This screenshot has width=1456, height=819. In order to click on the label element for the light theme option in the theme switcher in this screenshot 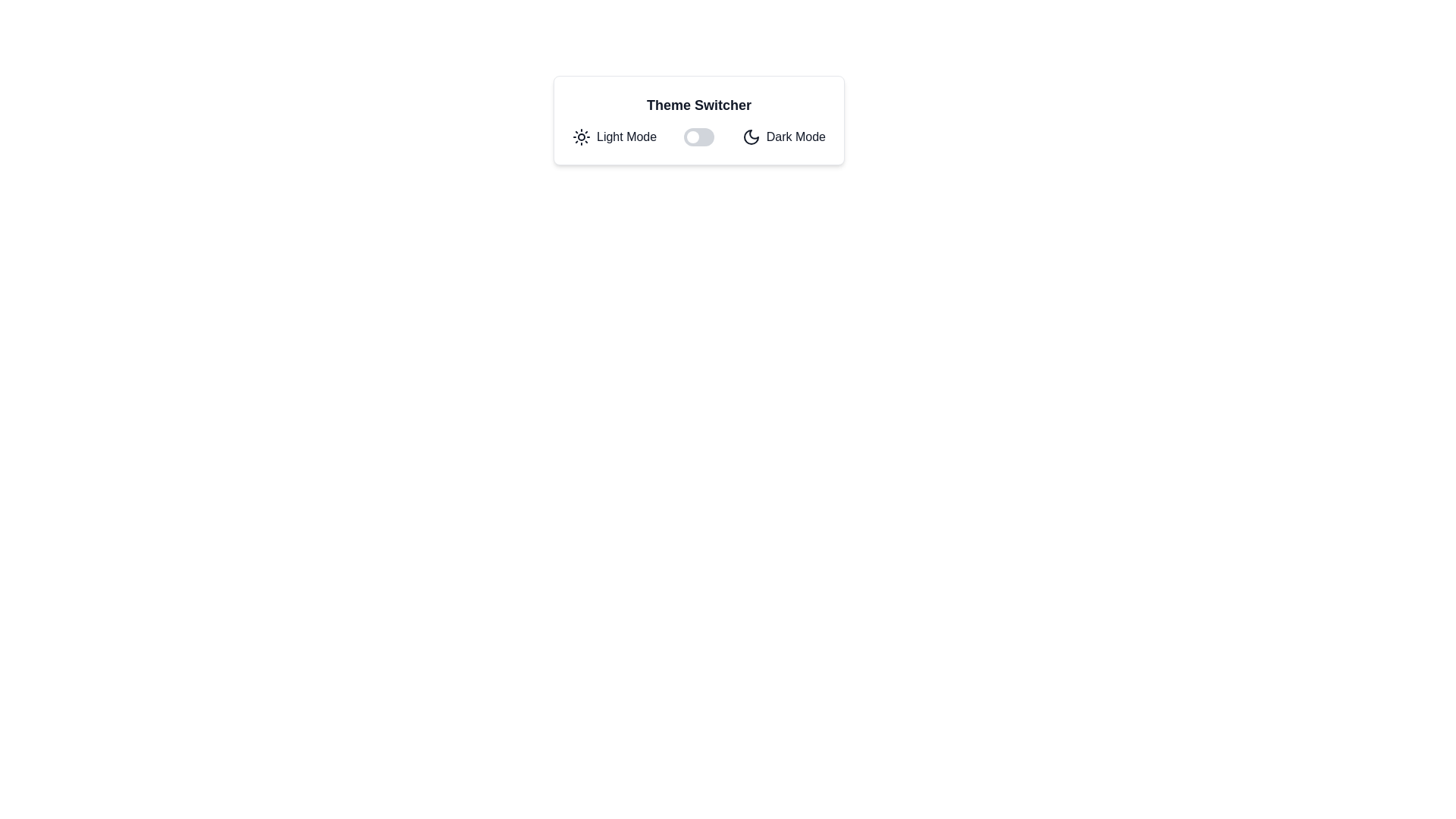, I will do `click(614, 137)`.